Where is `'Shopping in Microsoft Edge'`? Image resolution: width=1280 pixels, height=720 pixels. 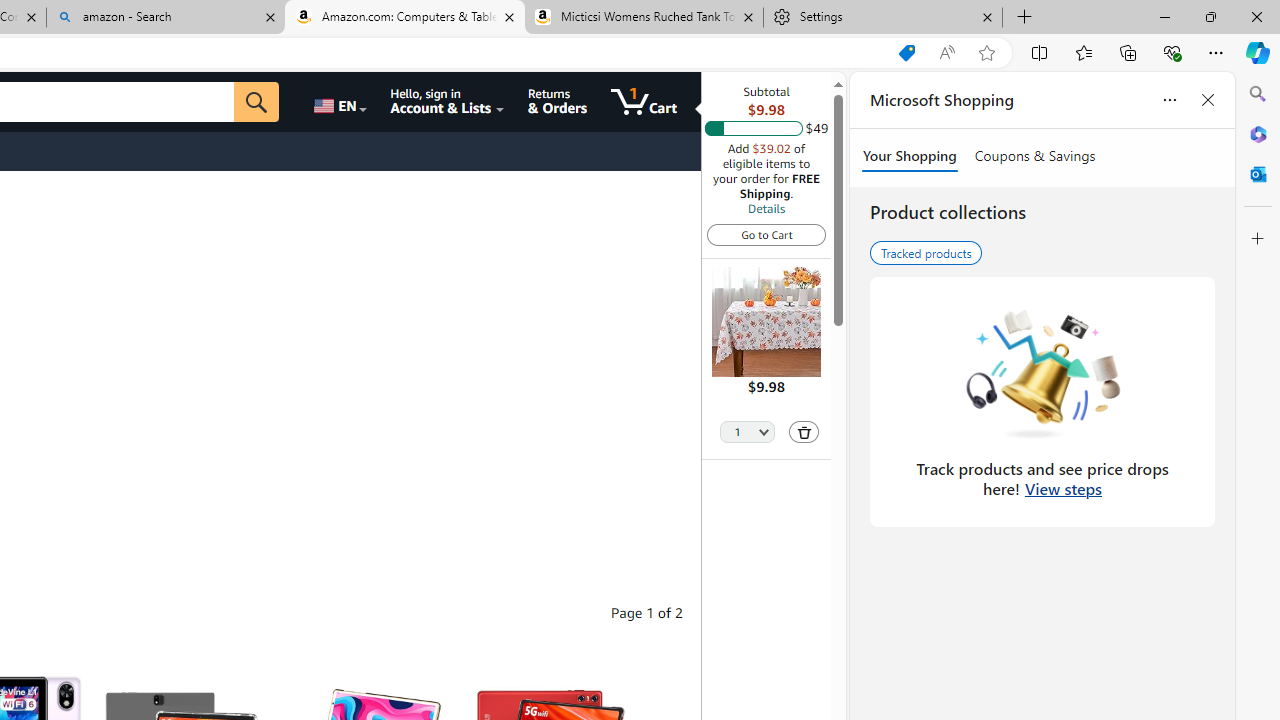
'Shopping in Microsoft Edge' is located at coordinates (905, 52).